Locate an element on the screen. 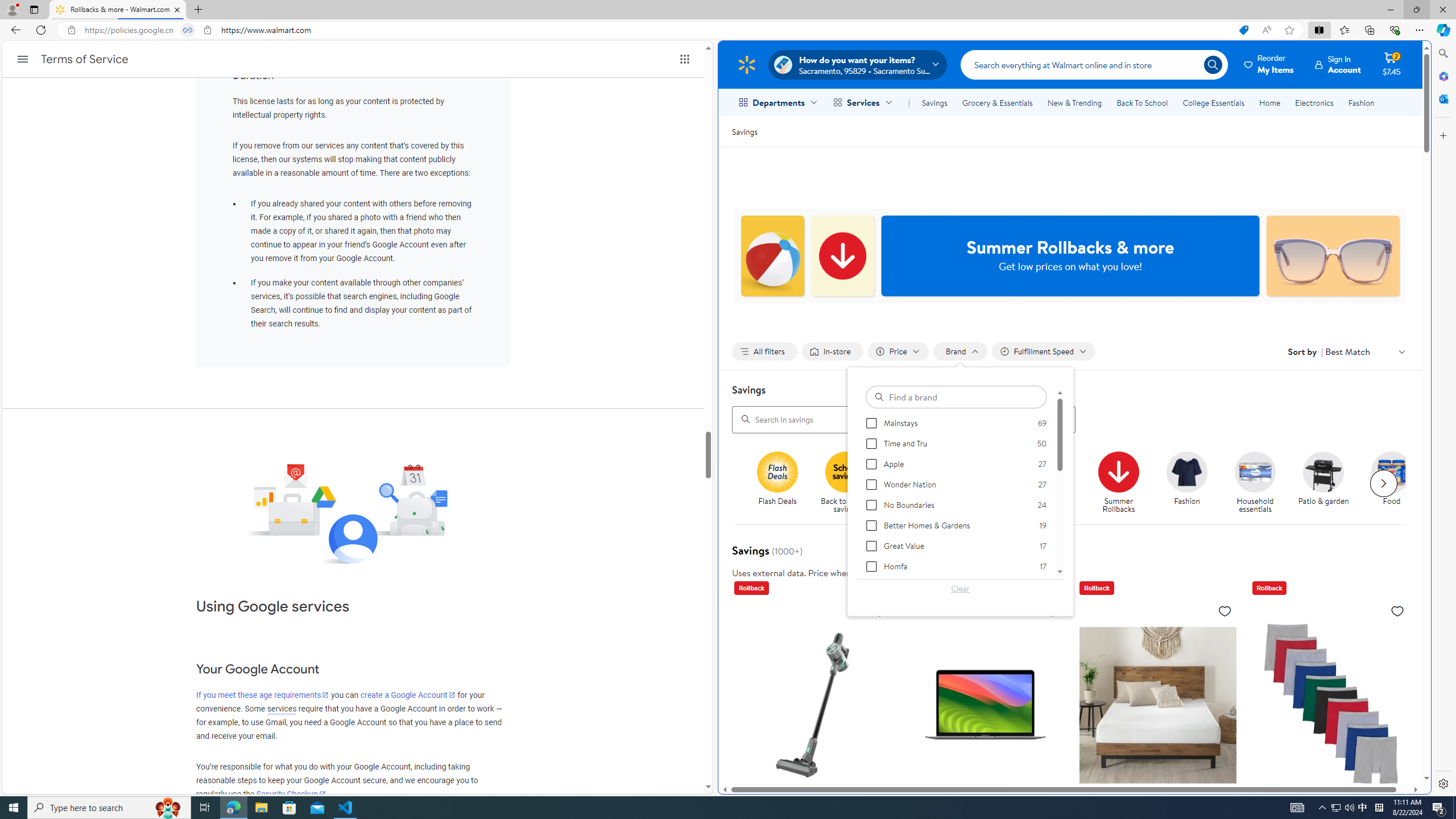 This screenshot has height=819, width=1456. 'Back to College savings' is located at coordinates (913, 471).